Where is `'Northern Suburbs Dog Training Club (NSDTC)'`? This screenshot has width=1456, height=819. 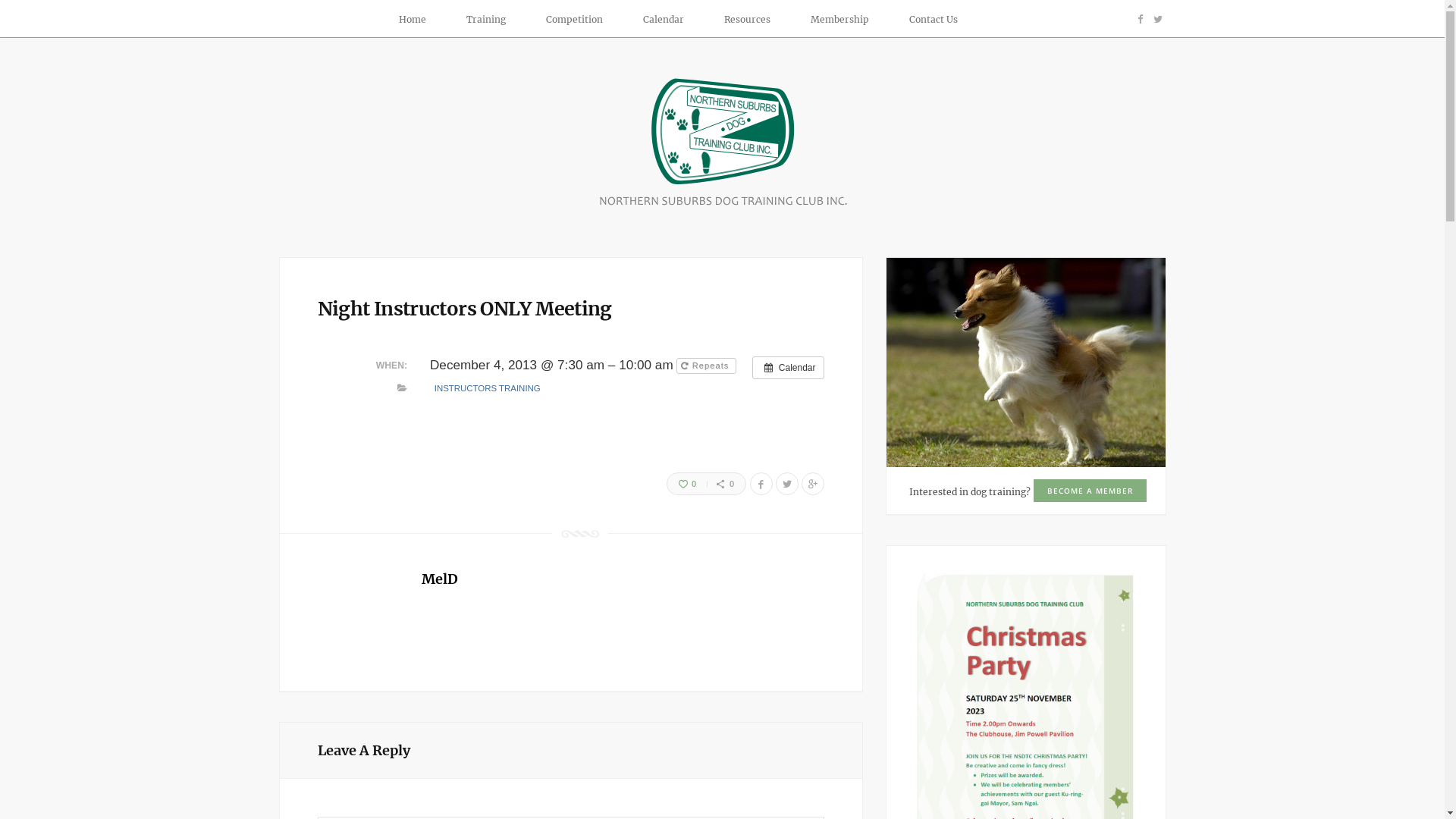
'Northern Suburbs Dog Training Club (NSDTC)' is located at coordinates (722, 205).